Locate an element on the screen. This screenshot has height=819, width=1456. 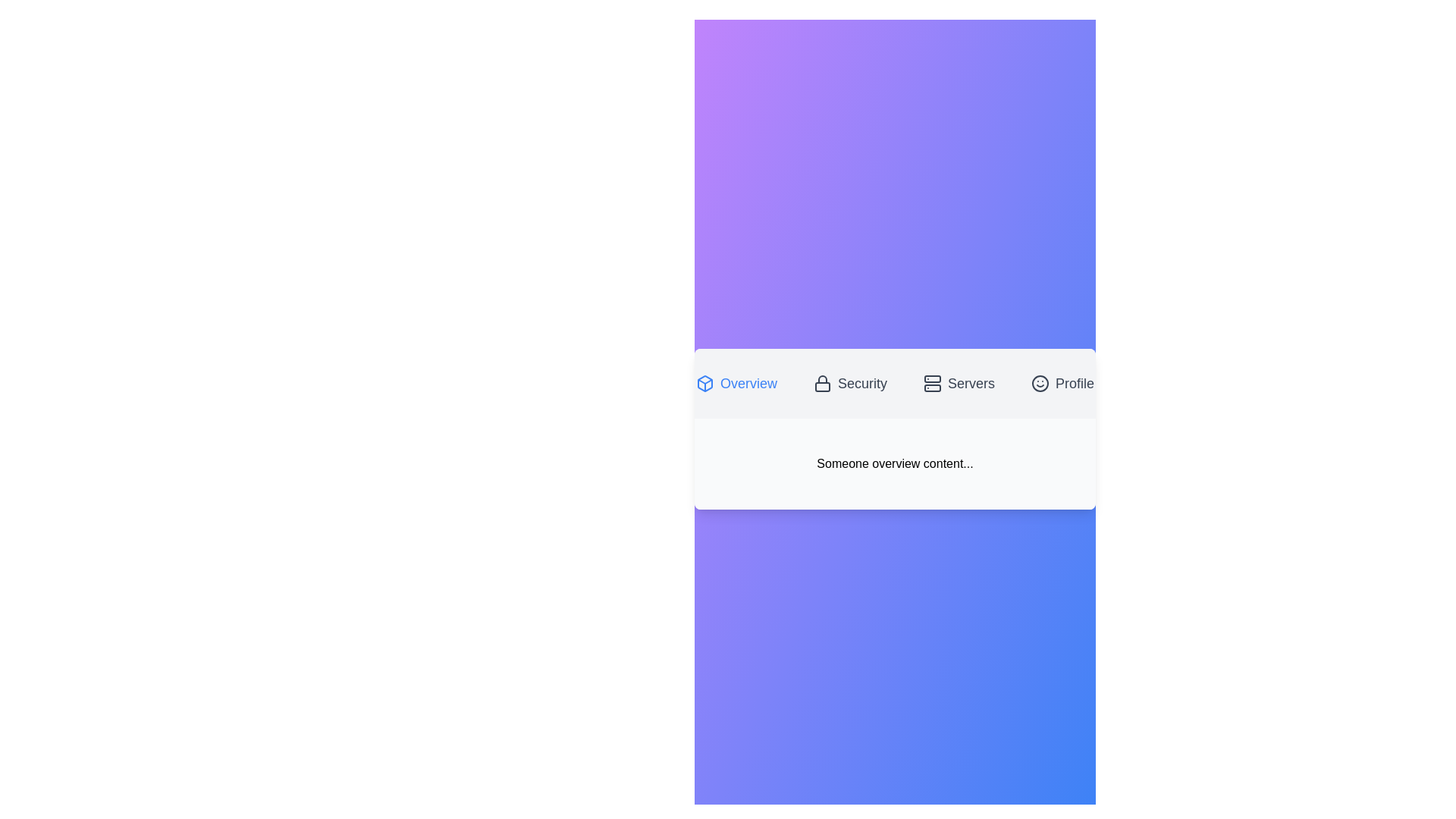
the 'Overview' icon located at the top-left corner of the navigation bar is located at coordinates (704, 382).